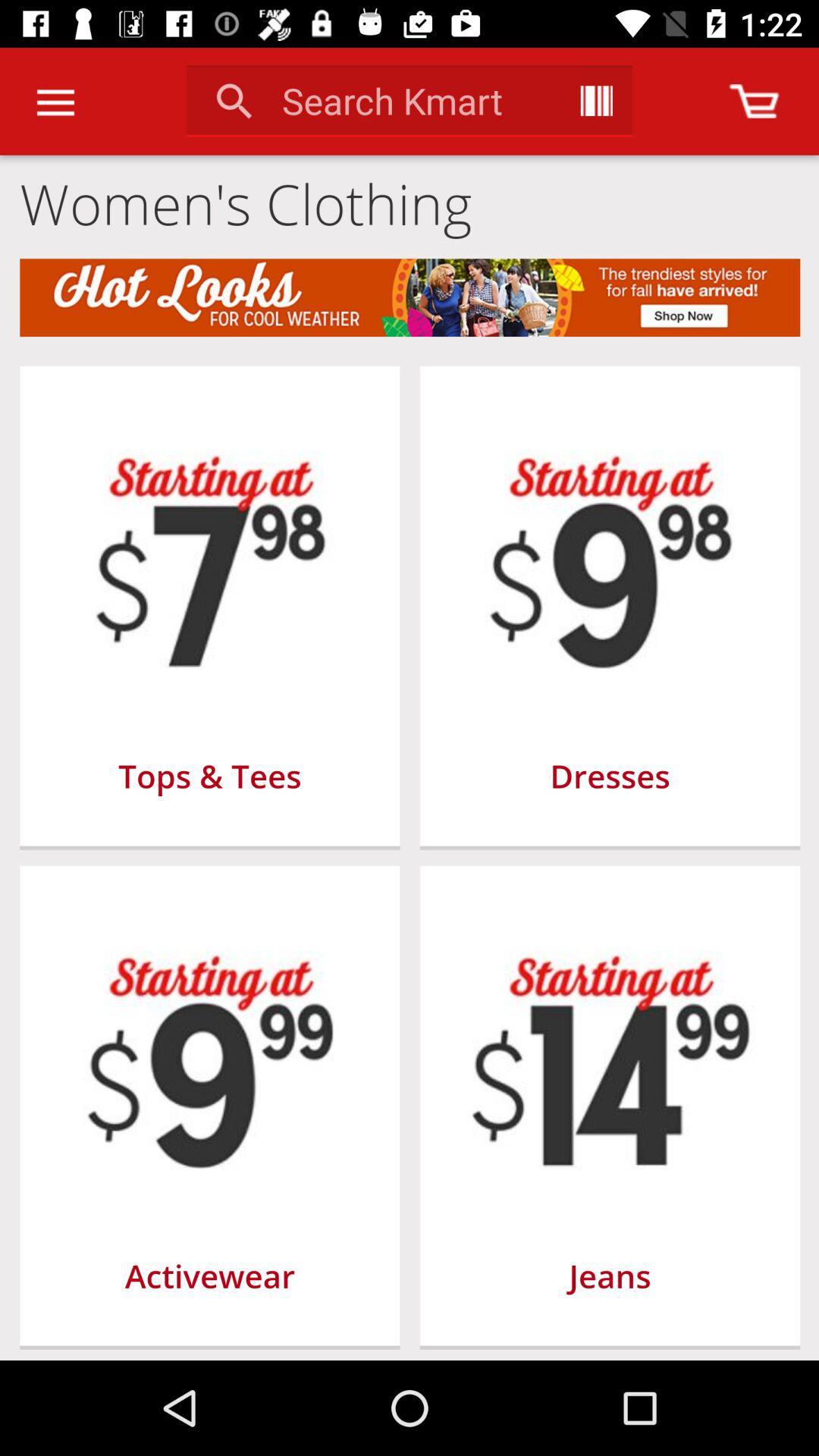 The height and width of the screenshot is (1456, 819). I want to click on cart, so click(754, 100).